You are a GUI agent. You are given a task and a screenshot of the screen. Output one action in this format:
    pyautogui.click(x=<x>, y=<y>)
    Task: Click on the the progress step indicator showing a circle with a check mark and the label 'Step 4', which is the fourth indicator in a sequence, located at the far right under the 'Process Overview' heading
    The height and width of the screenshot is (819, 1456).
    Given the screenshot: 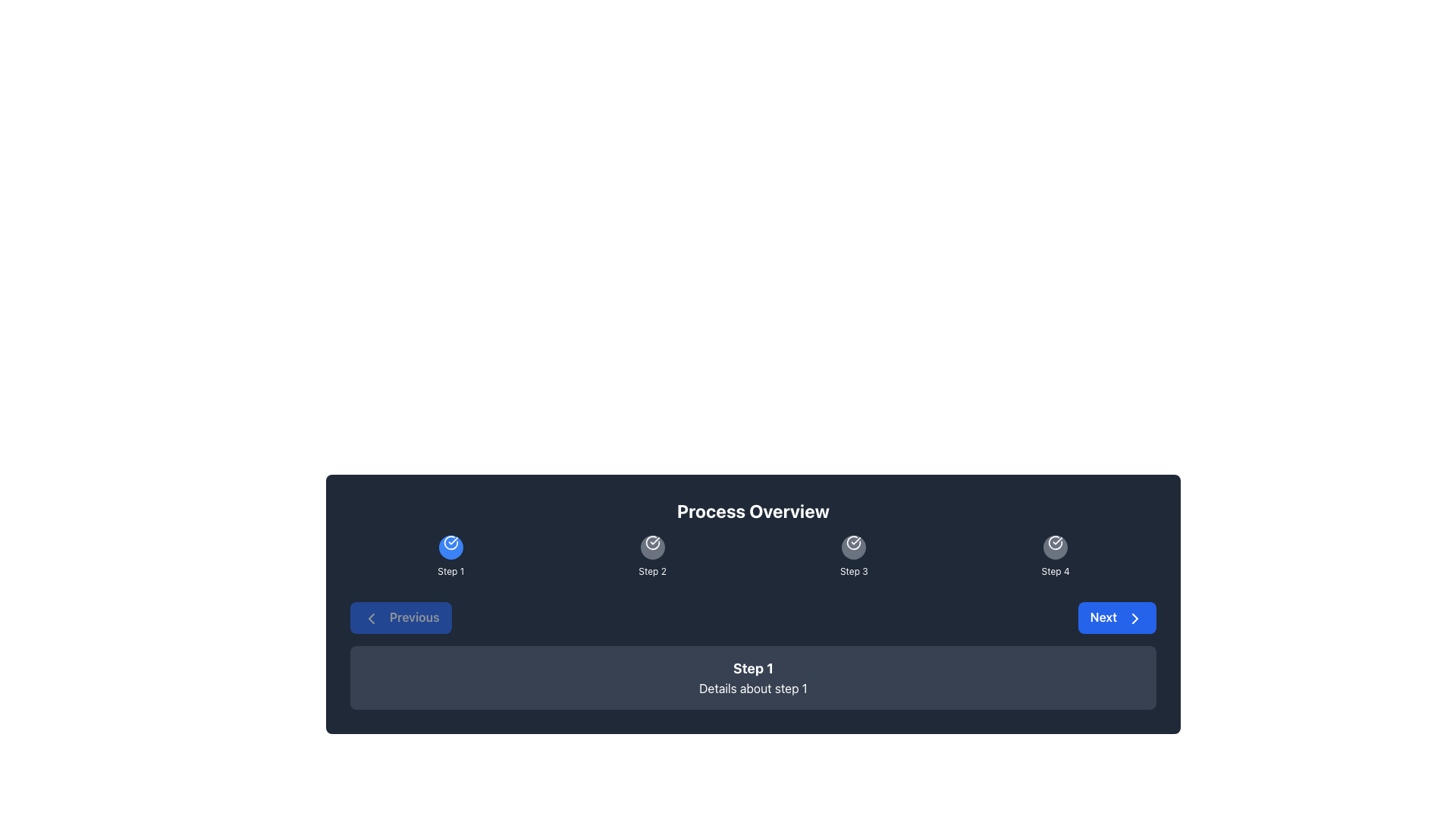 What is the action you would take?
    pyautogui.click(x=1055, y=556)
    